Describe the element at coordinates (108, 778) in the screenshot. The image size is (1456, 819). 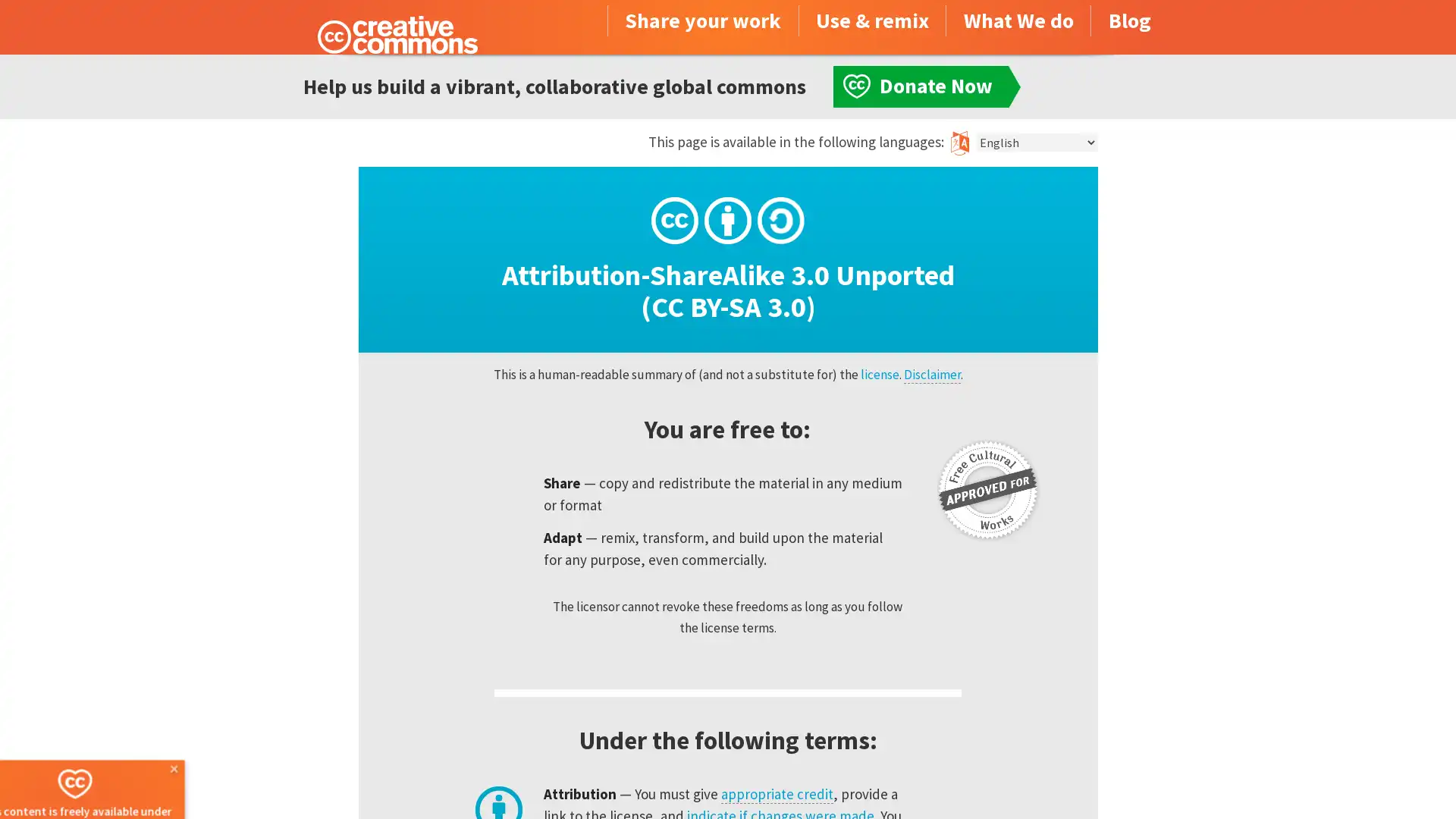
I see `Donate Now` at that location.